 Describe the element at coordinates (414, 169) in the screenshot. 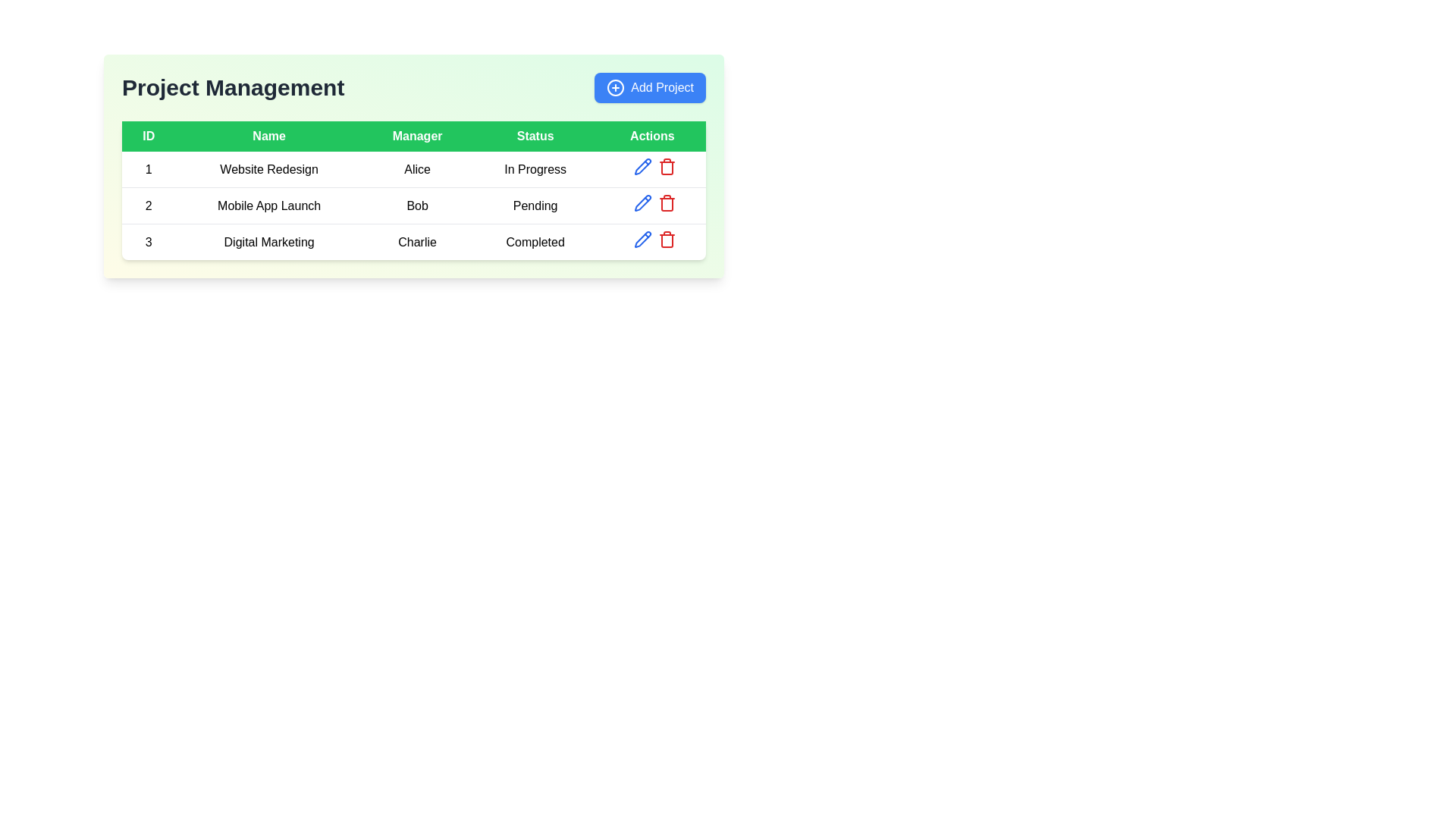

I see `the first row of the project information table which includes ID '1', name 'Website Redesign', manager 'Alice', status 'In Progress', and action icons for editing and deleting` at that location.